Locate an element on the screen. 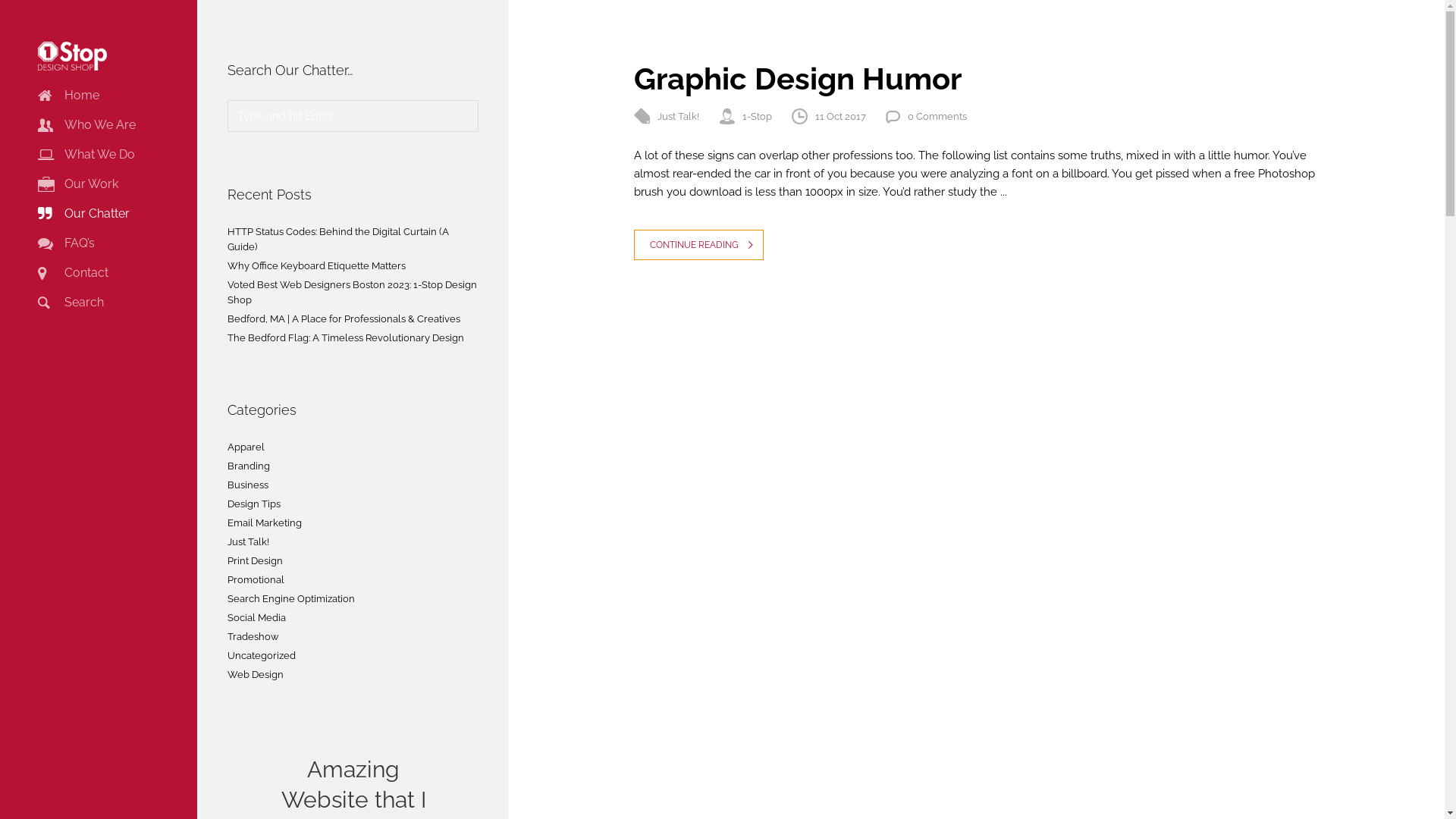  'Home' is located at coordinates (67, 96).